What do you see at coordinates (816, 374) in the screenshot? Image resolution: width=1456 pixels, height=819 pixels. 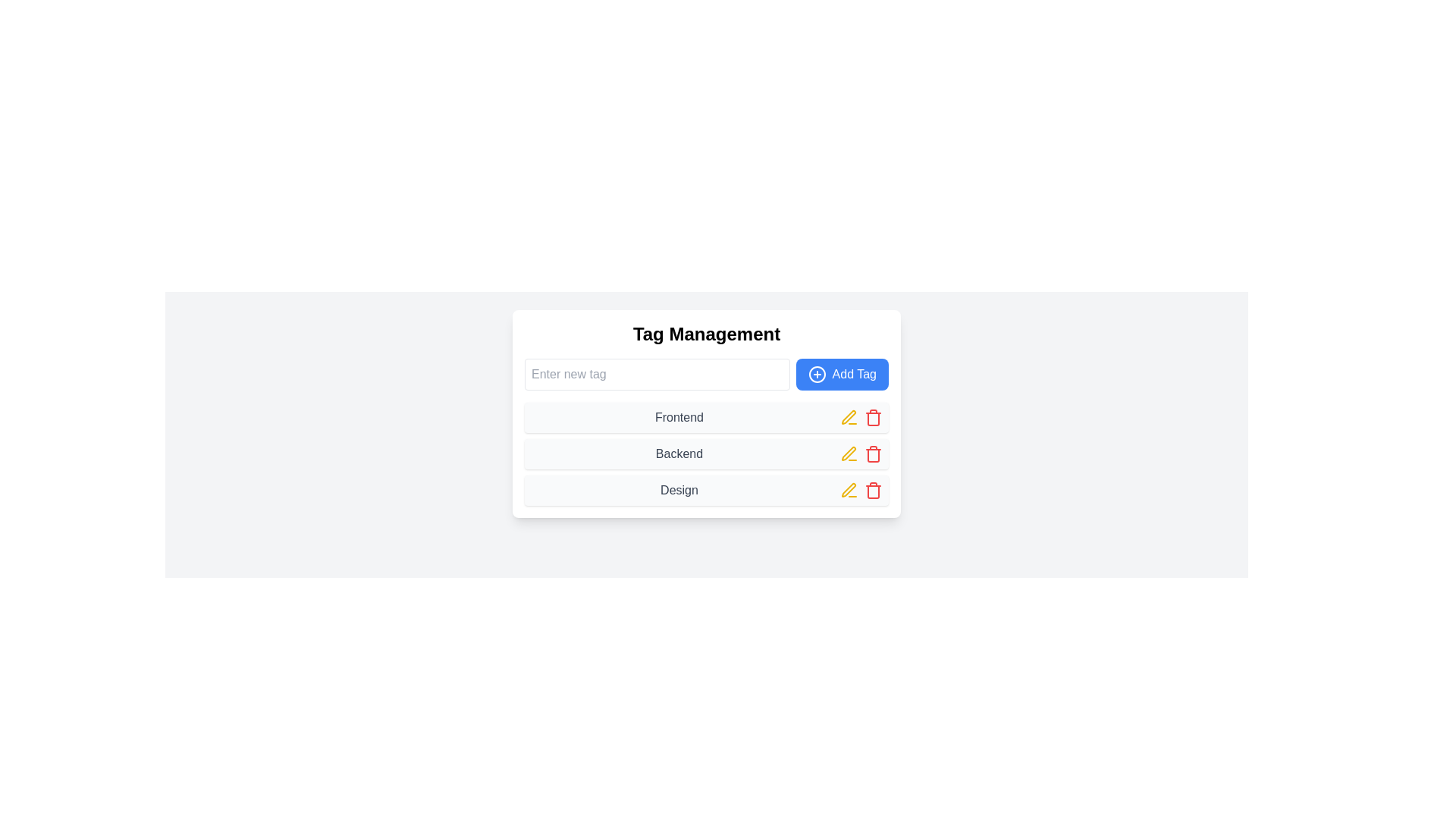 I see `the SVG graphic icon representing the 'add' function, which is part of the blue 'Add Tag' button located on the right side of the interface` at bounding box center [816, 374].